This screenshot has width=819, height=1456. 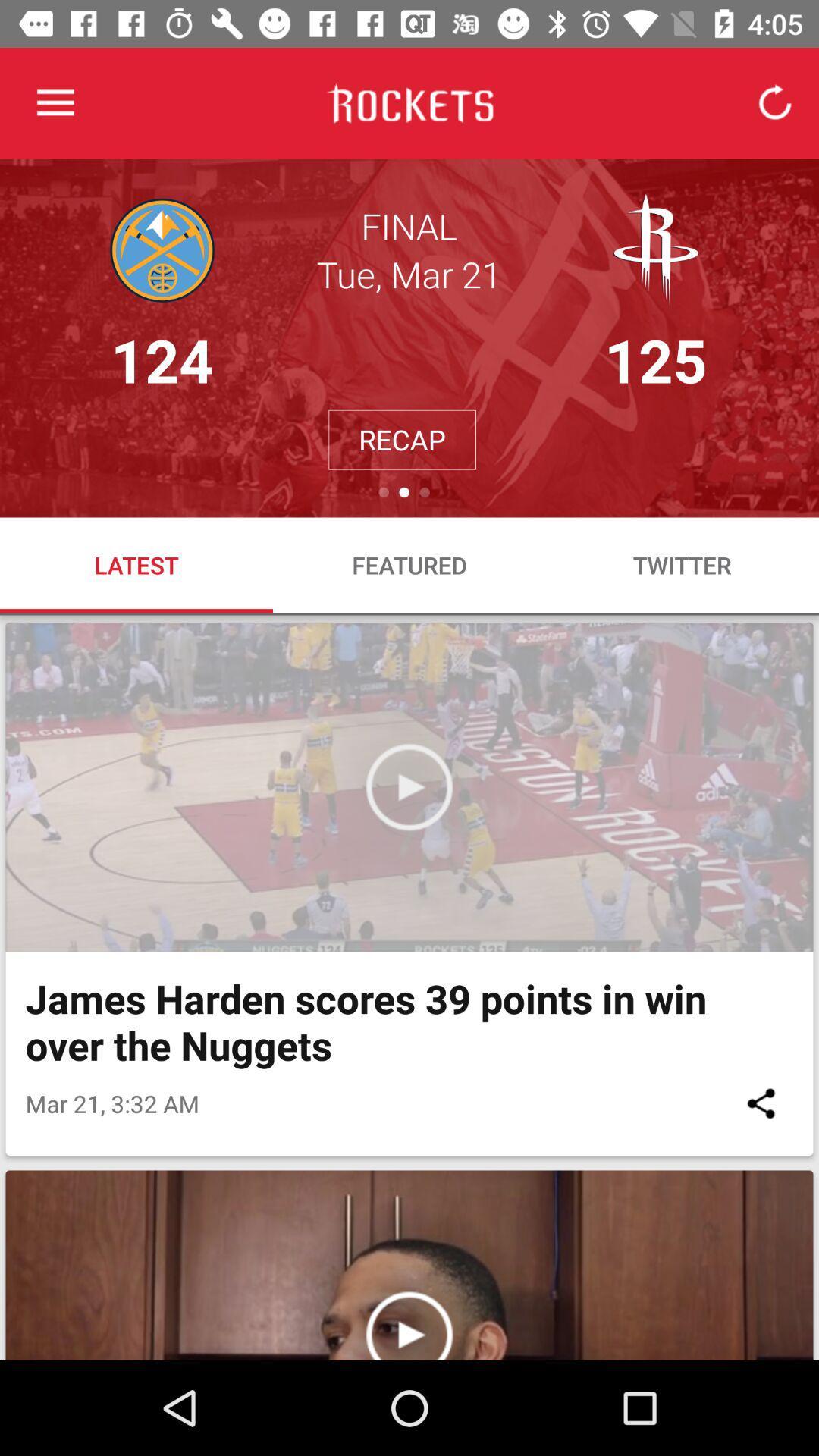 What do you see at coordinates (761, 1103) in the screenshot?
I see `icon next to mar 21 3 item` at bounding box center [761, 1103].